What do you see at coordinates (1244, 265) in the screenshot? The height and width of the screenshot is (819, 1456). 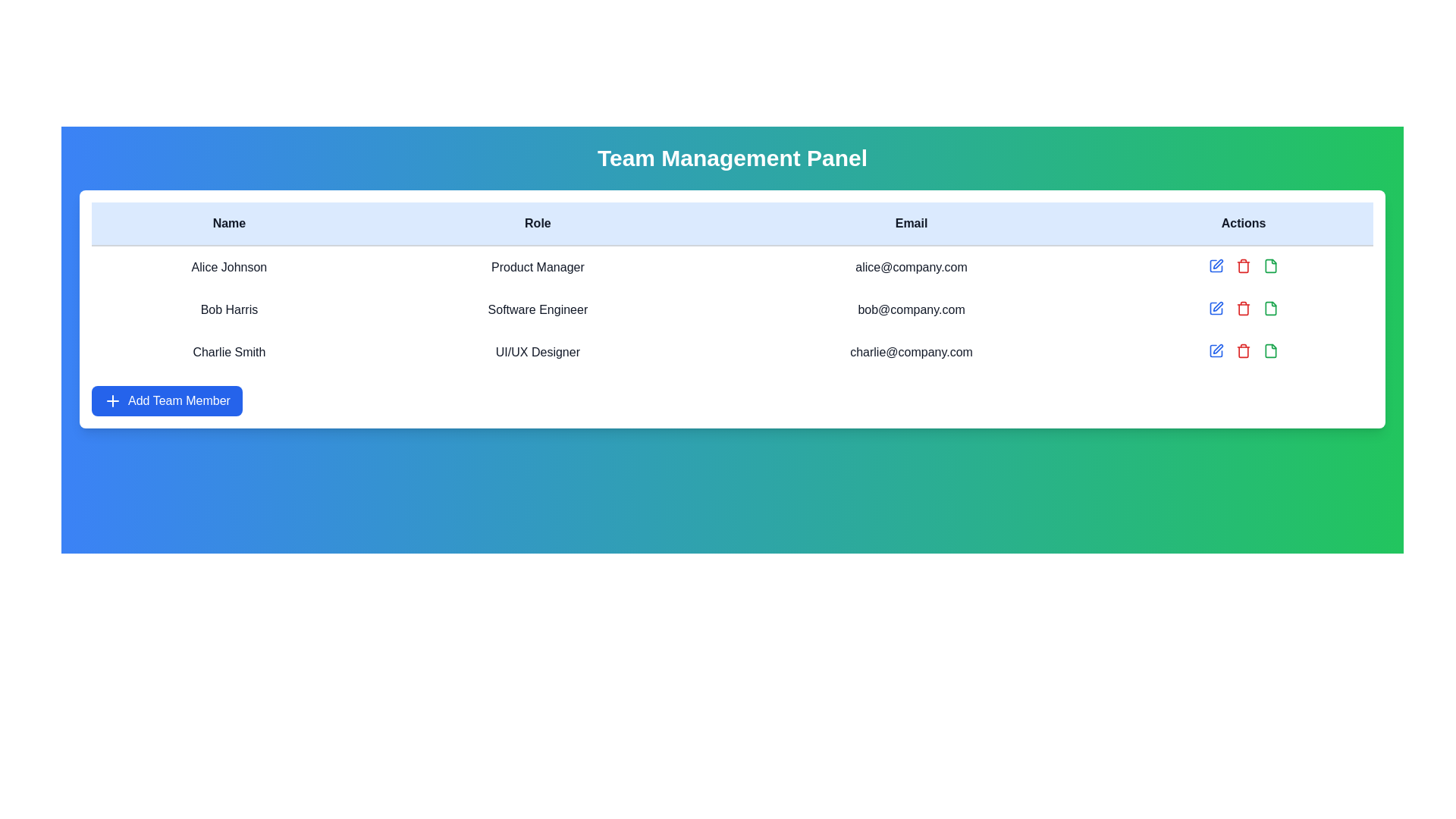 I see `the delete button located as the third icon in the row of action buttons in the second row of the table, positioned between the blue pencil icon for edit and the green copy icon` at bounding box center [1244, 265].